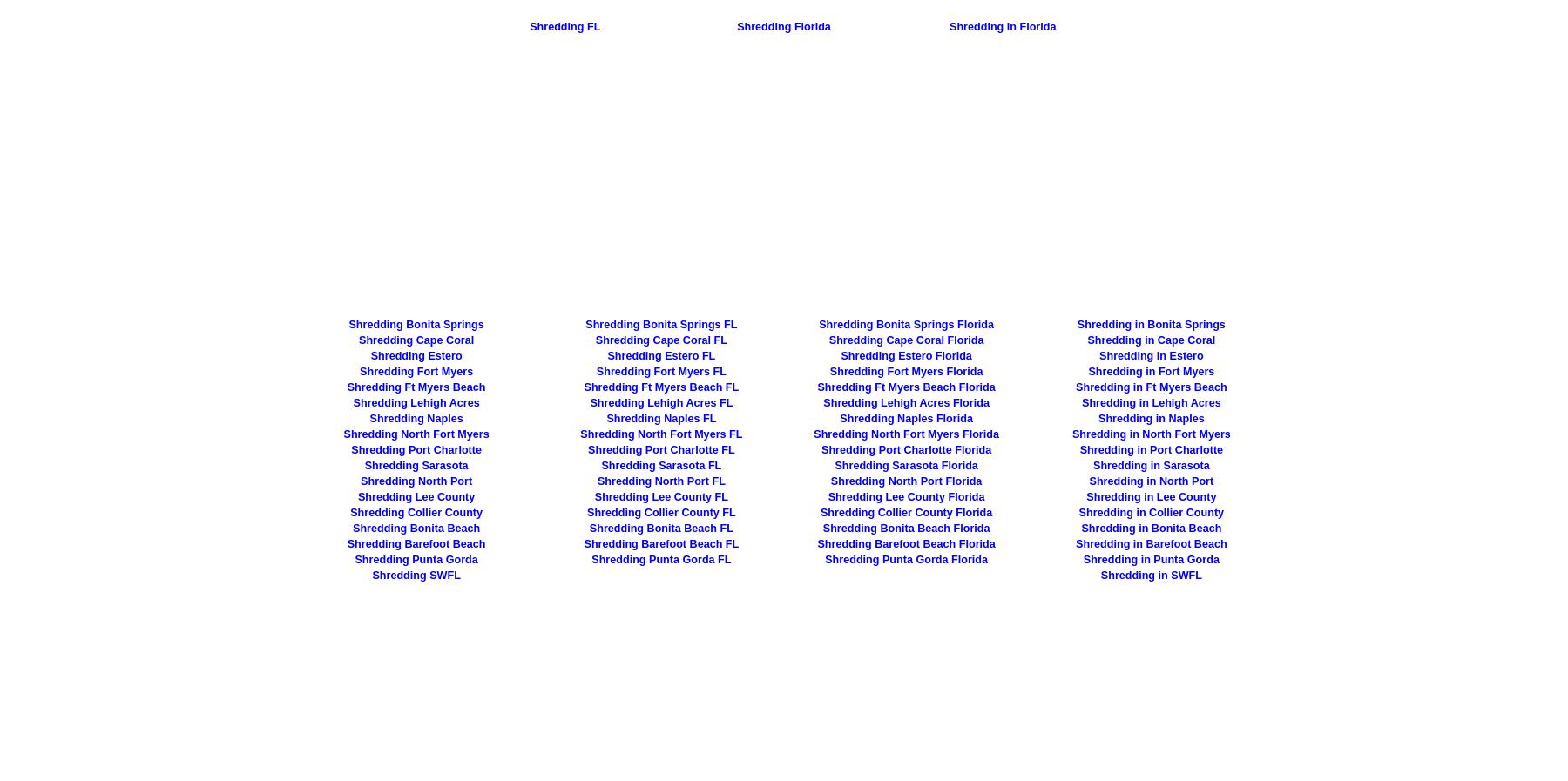  I want to click on 'Shredding in Lehigh Acres', so click(1080, 403).